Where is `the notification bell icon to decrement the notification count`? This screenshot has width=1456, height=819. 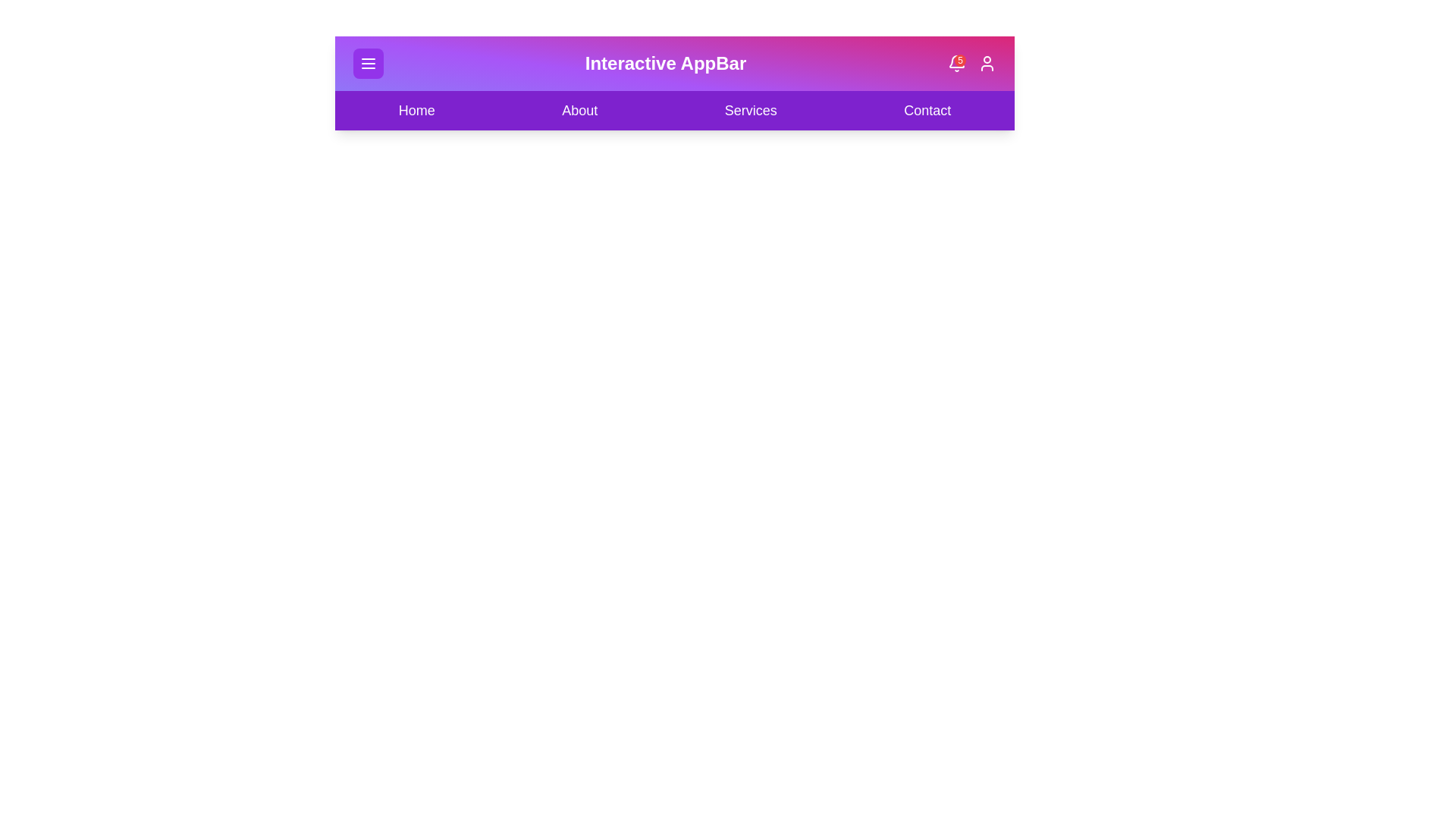
the notification bell icon to decrement the notification count is located at coordinates (955, 63).